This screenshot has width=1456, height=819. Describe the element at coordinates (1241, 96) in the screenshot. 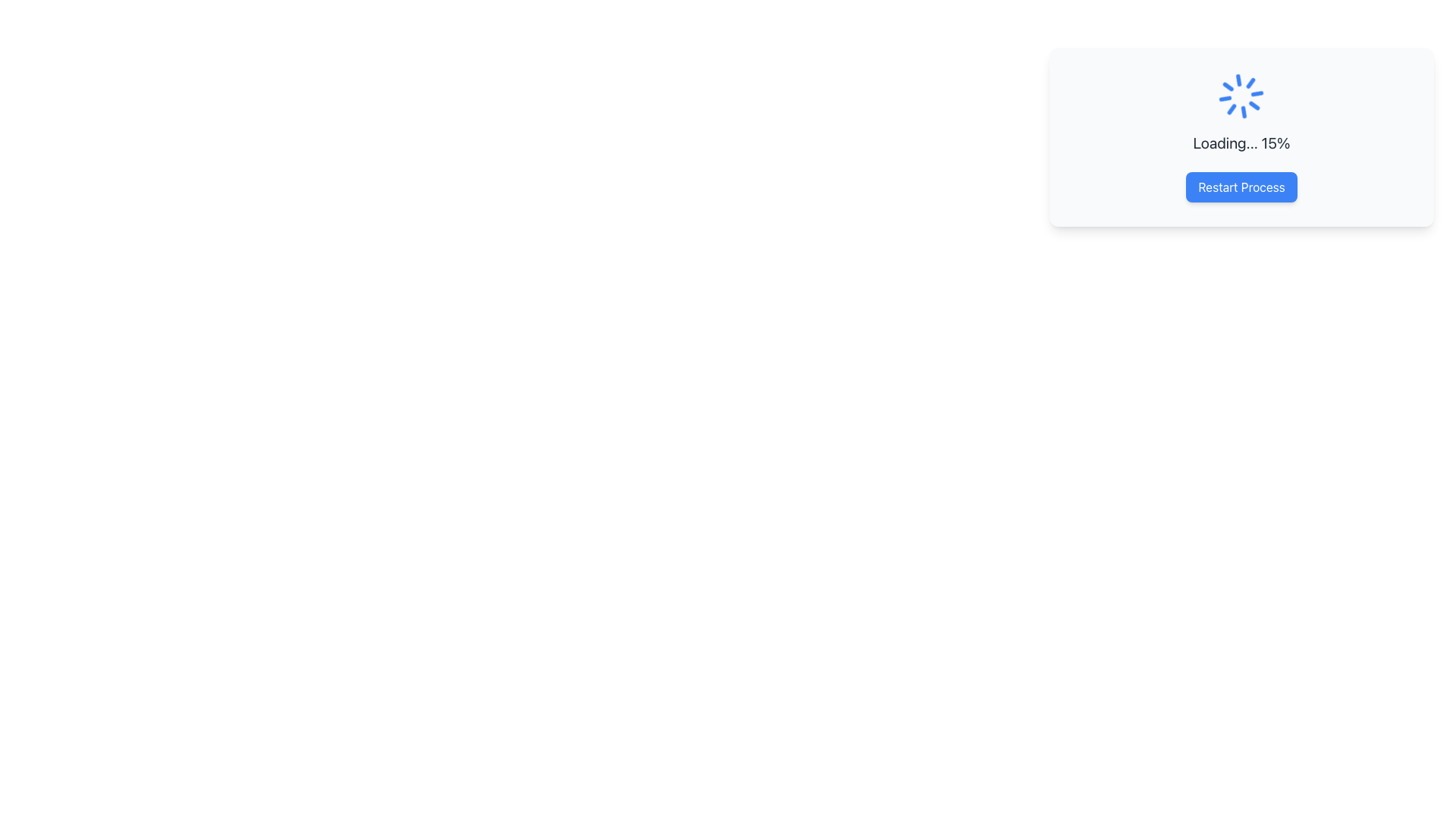

I see `the circular animated loader icon with blue radial lines, which is located above the 'Loading... 5%' text` at that location.